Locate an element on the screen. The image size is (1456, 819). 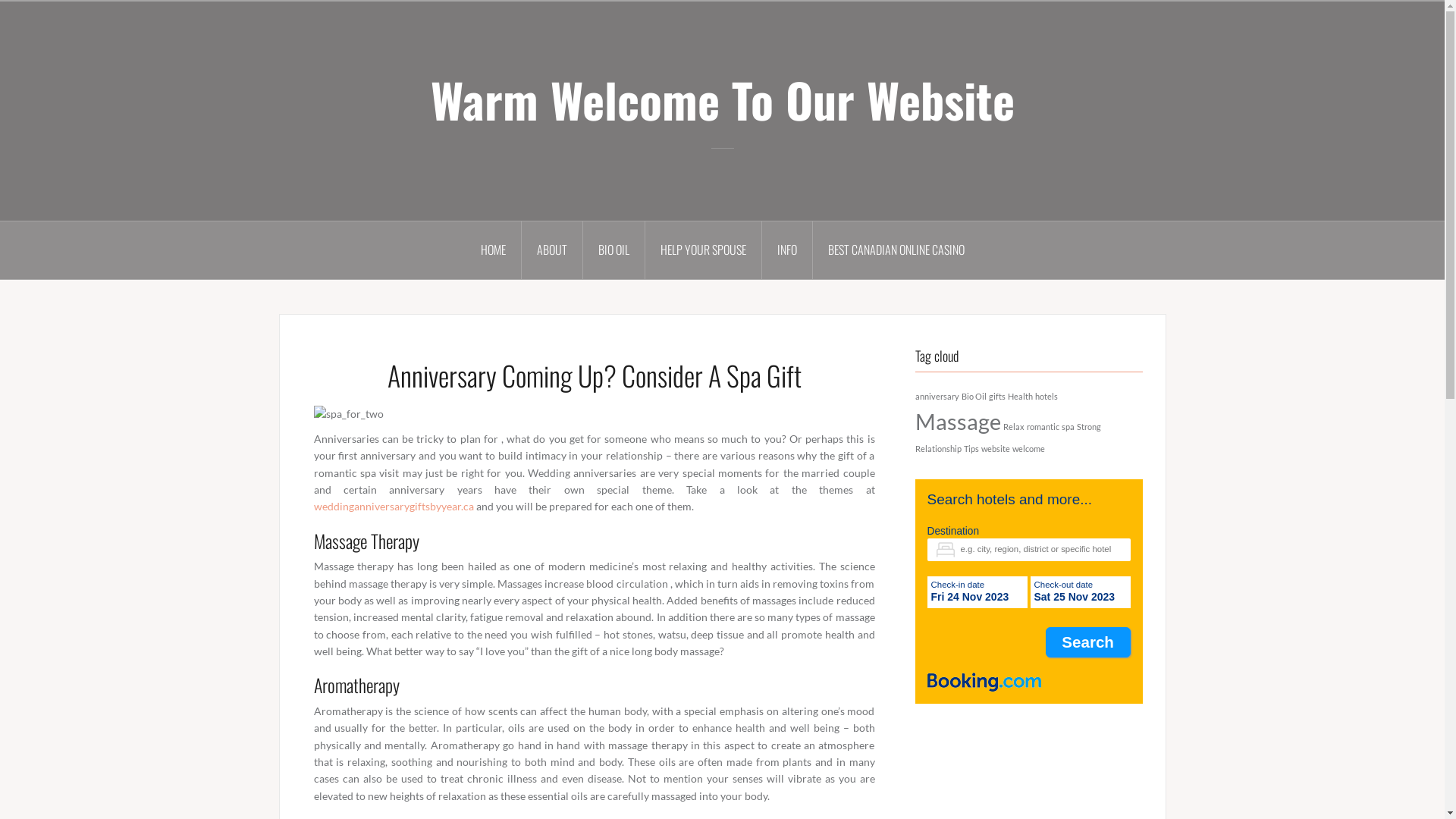
'Strong Relationship' is located at coordinates (1007, 438).